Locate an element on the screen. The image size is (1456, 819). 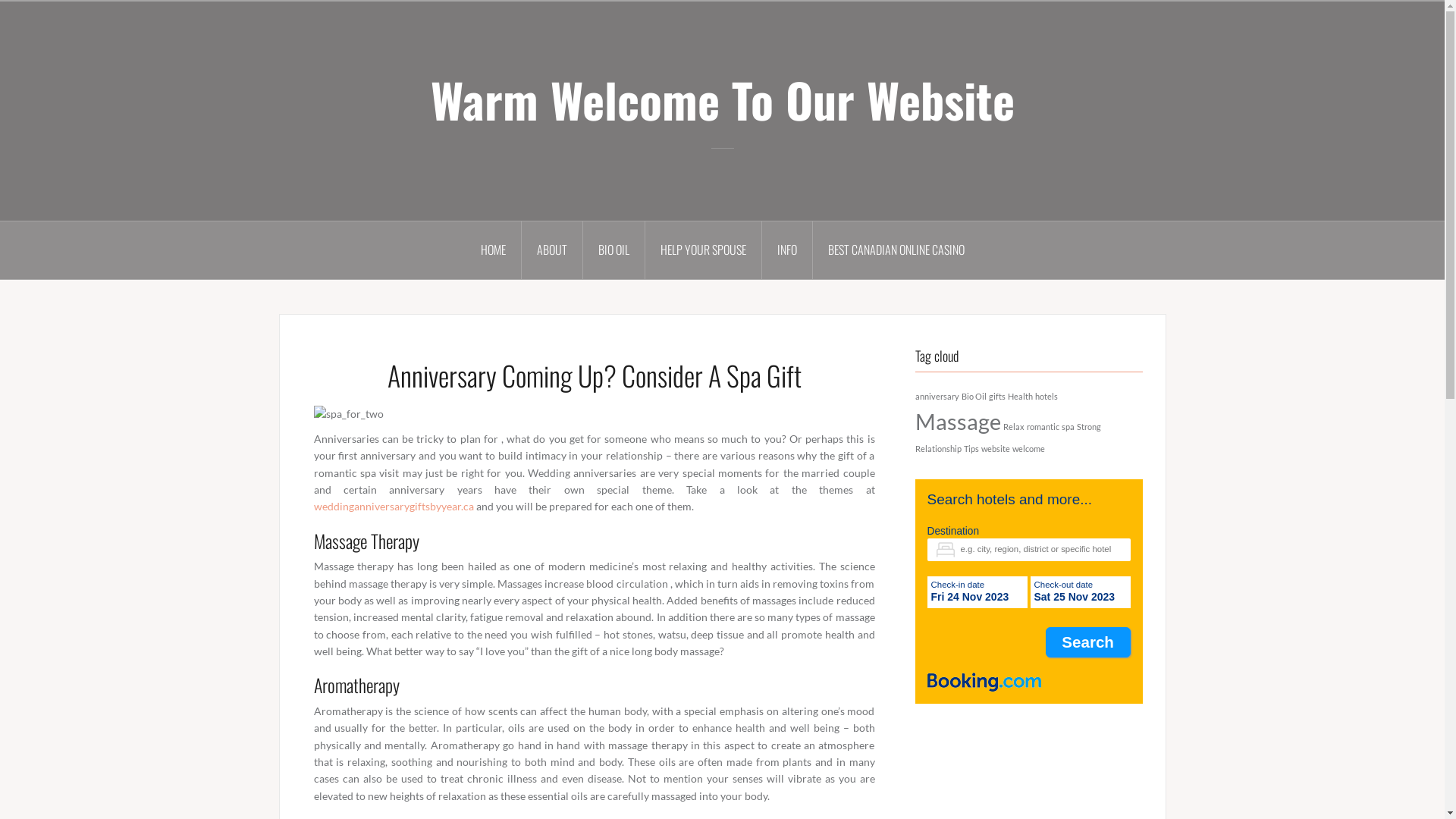
'Strong Relationship' is located at coordinates (1007, 438).